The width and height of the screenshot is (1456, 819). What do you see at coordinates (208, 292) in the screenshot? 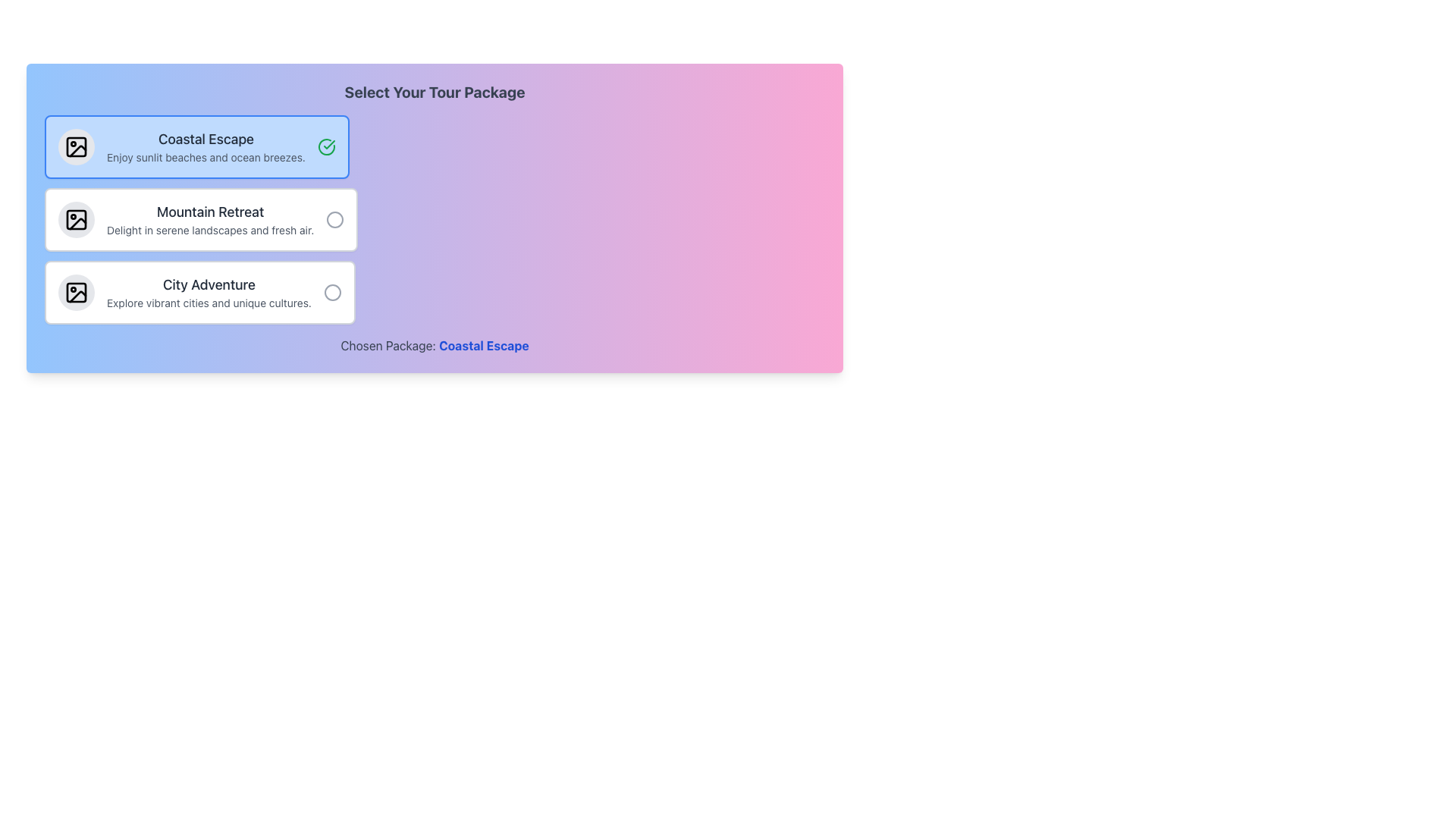
I see `the label providing information about the 'City Adventure' tour, located in the third option of the vertical list of tour package options` at bounding box center [208, 292].